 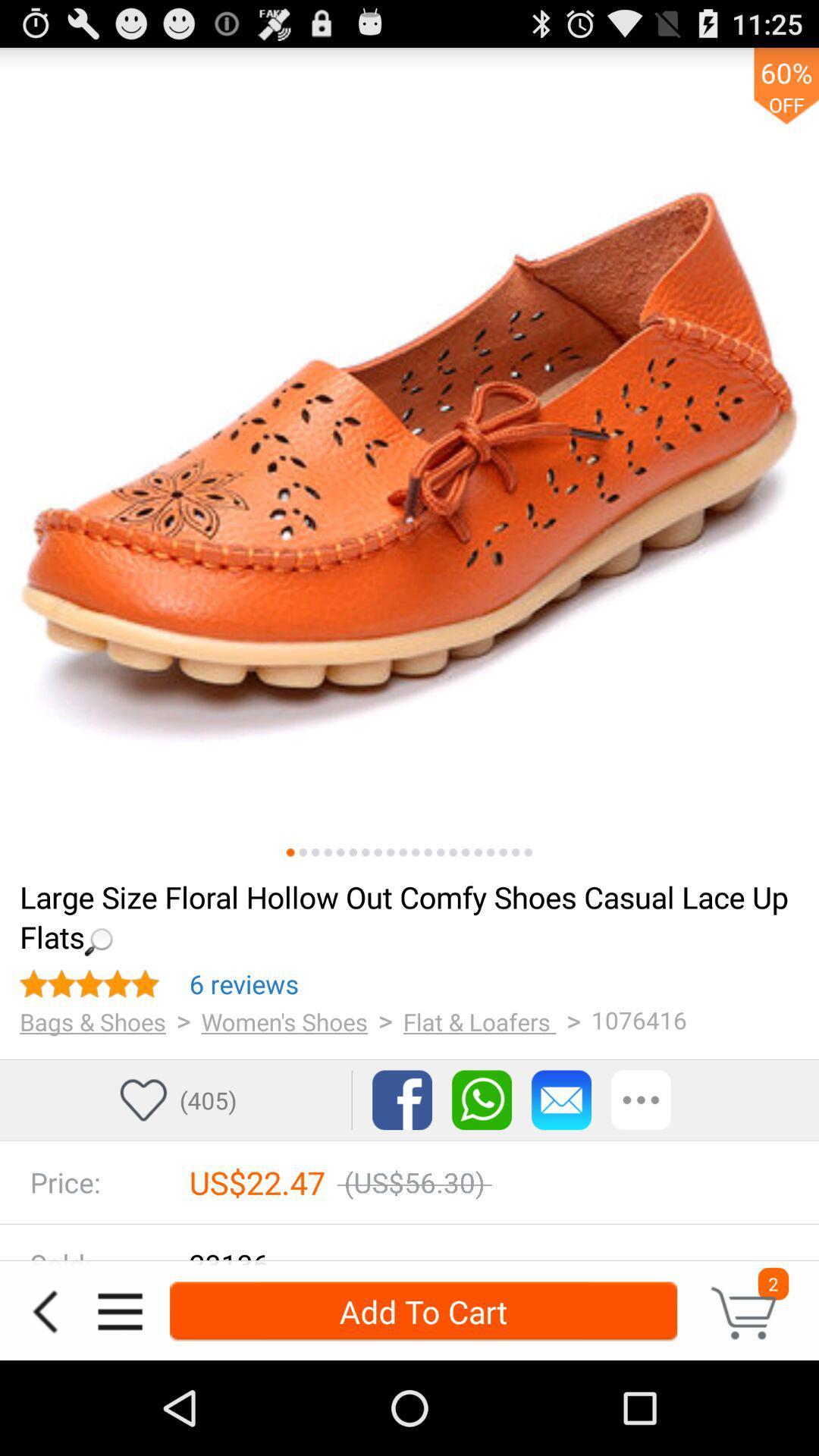 What do you see at coordinates (515, 852) in the screenshot?
I see `a different image` at bounding box center [515, 852].